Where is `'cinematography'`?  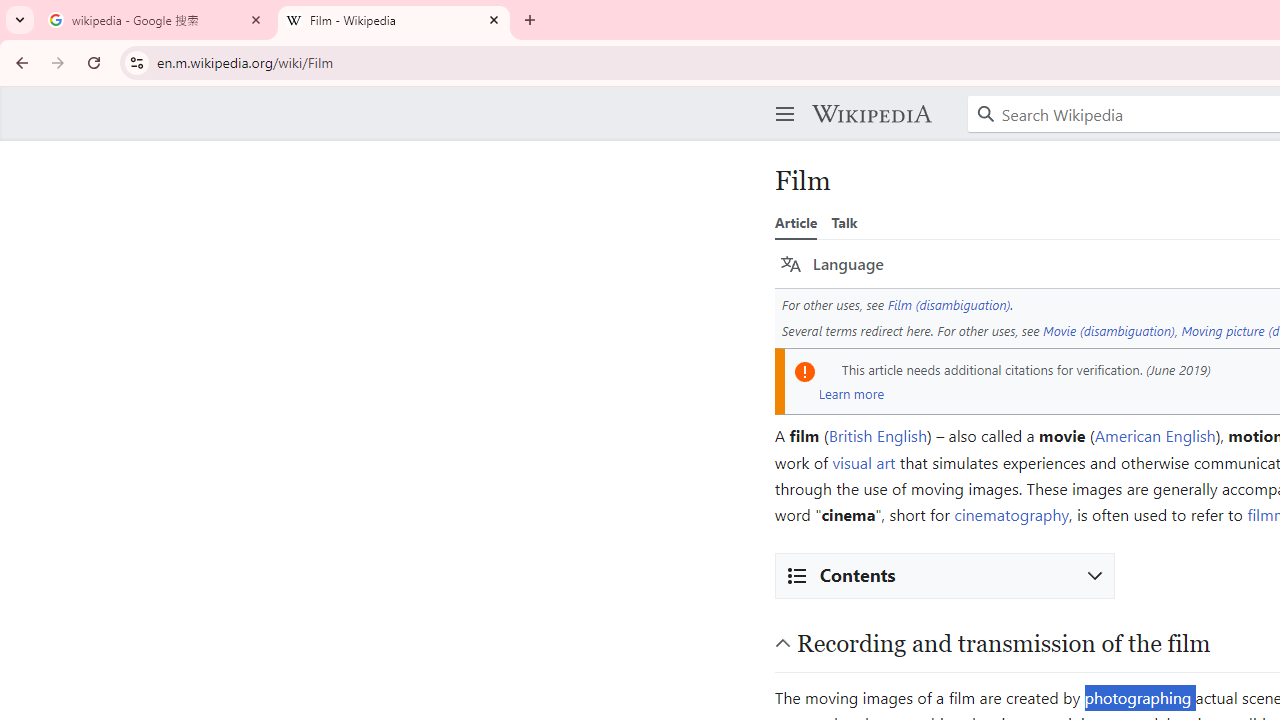
'cinematography' is located at coordinates (1011, 514).